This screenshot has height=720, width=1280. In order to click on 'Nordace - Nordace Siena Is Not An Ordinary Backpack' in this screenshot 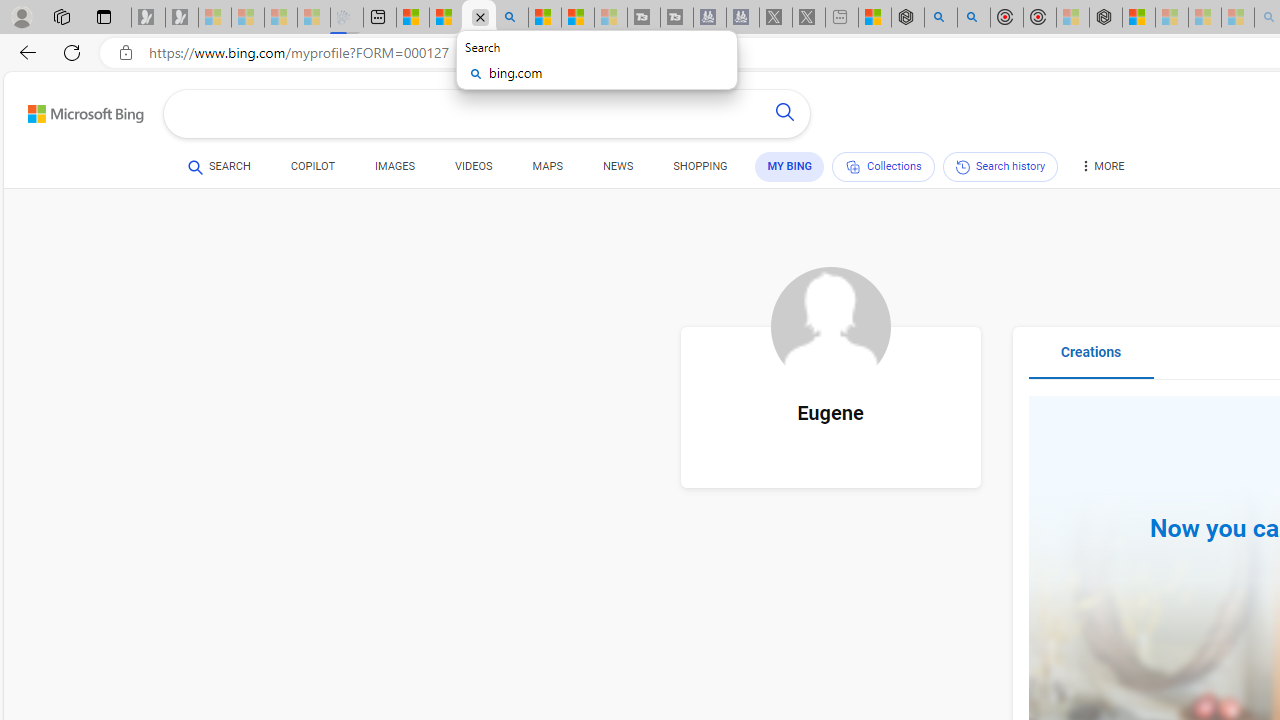, I will do `click(1105, 17)`.